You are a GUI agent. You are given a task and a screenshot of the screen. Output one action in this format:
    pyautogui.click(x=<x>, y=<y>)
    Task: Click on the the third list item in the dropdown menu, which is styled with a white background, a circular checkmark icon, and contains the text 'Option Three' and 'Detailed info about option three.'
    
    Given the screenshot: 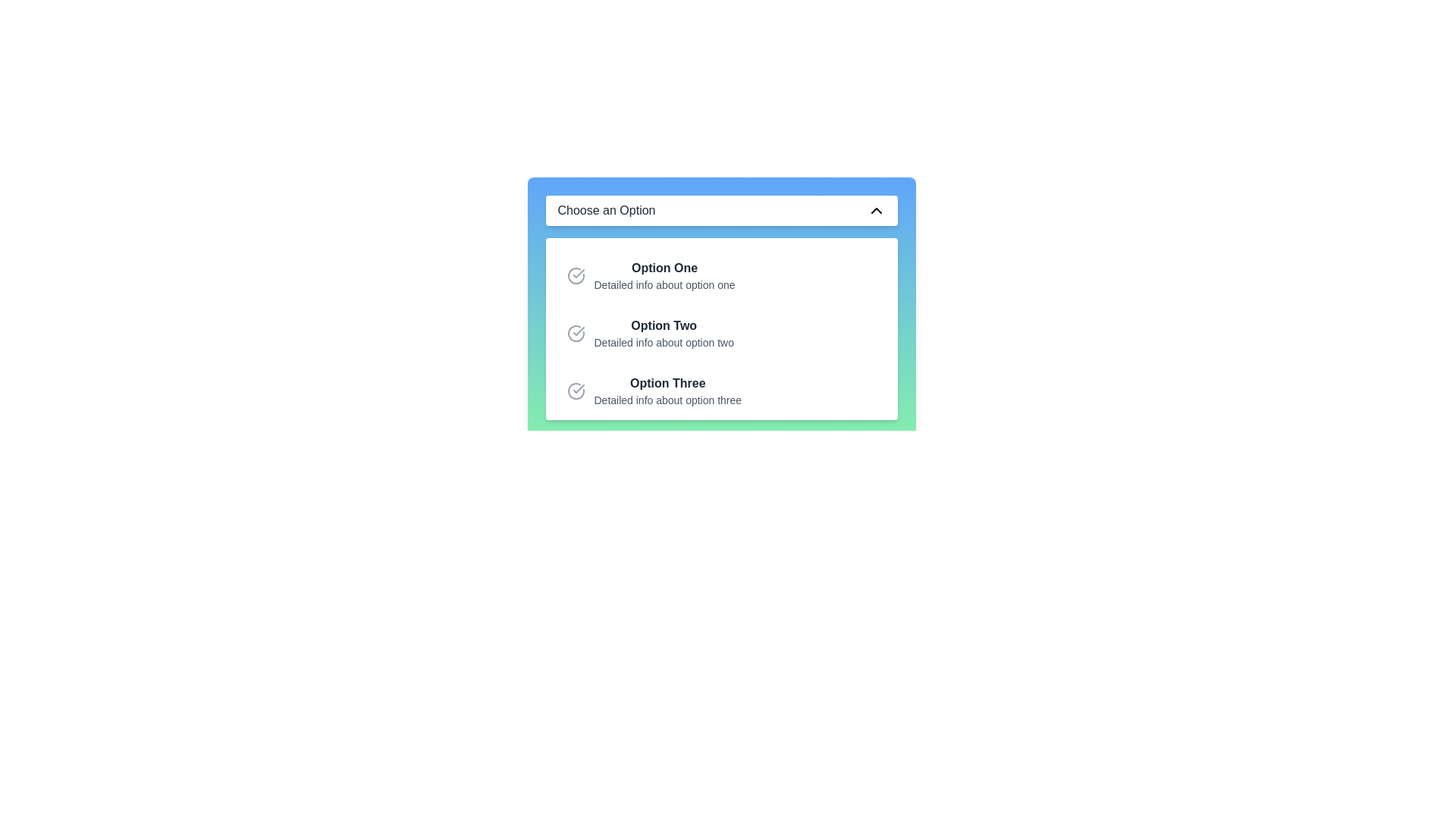 What is the action you would take?
    pyautogui.click(x=720, y=391)
    